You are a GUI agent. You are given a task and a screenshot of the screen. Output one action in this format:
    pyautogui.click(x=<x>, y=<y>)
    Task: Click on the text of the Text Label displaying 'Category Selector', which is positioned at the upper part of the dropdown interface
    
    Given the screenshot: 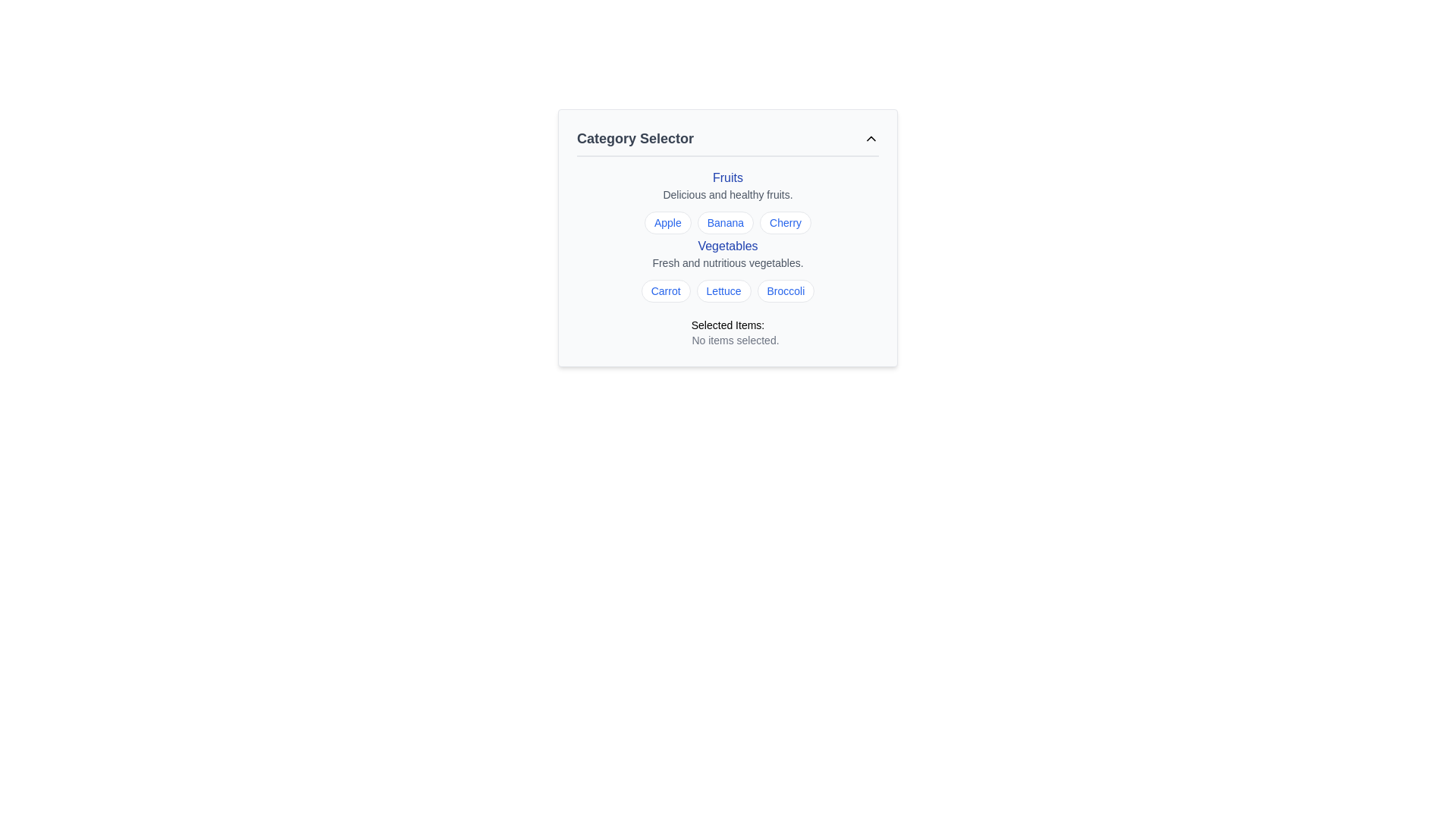 What is the action you would take?
    pyautogui.click(x=635, y=138)
    